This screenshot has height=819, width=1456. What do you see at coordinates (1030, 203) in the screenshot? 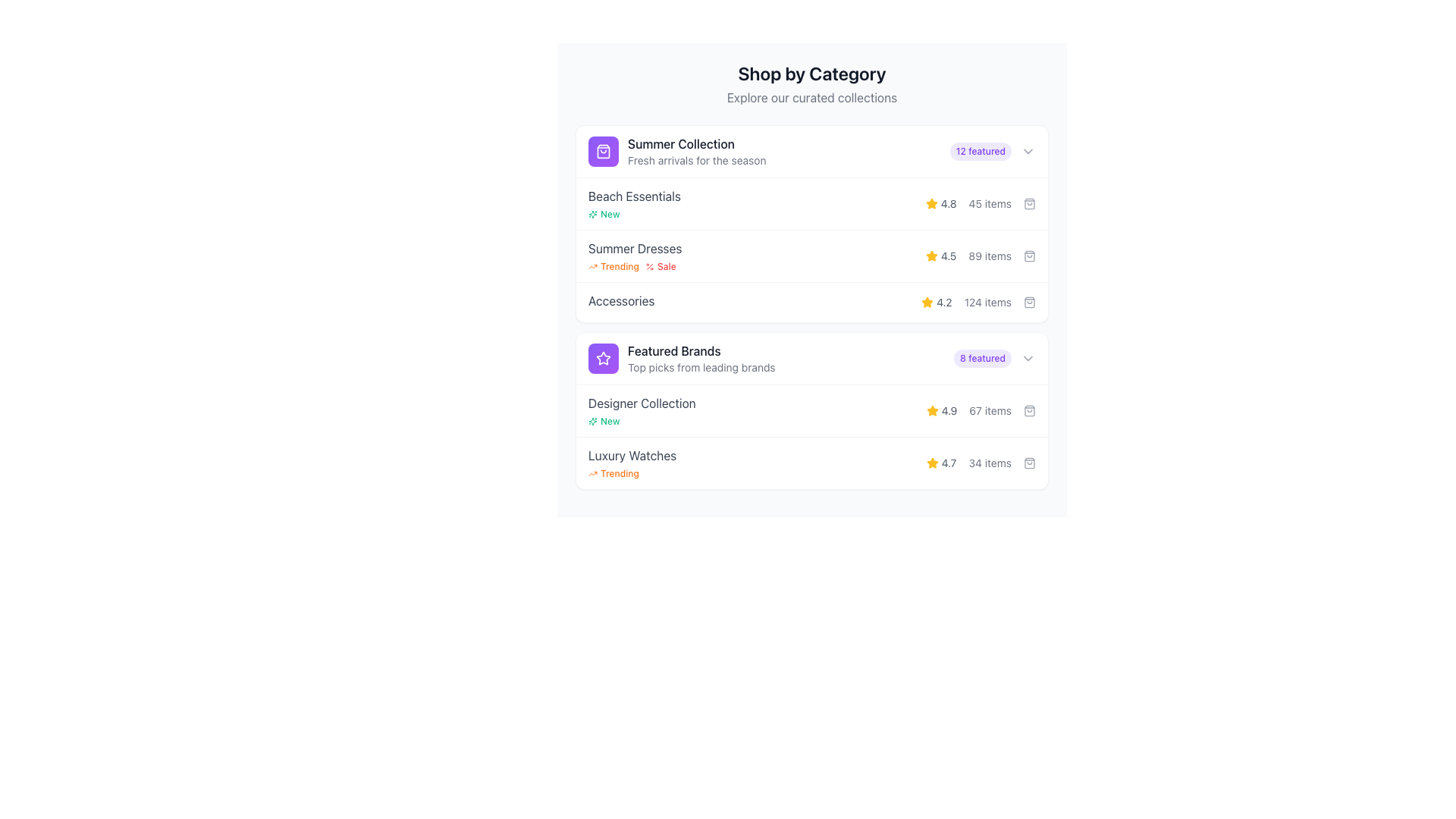
I see `the shopping bag icon, which is gray and transitions to violet when hovered over, located in the third column of the row labeled '4.8 45 items'` at bounding box center [1030, 203].